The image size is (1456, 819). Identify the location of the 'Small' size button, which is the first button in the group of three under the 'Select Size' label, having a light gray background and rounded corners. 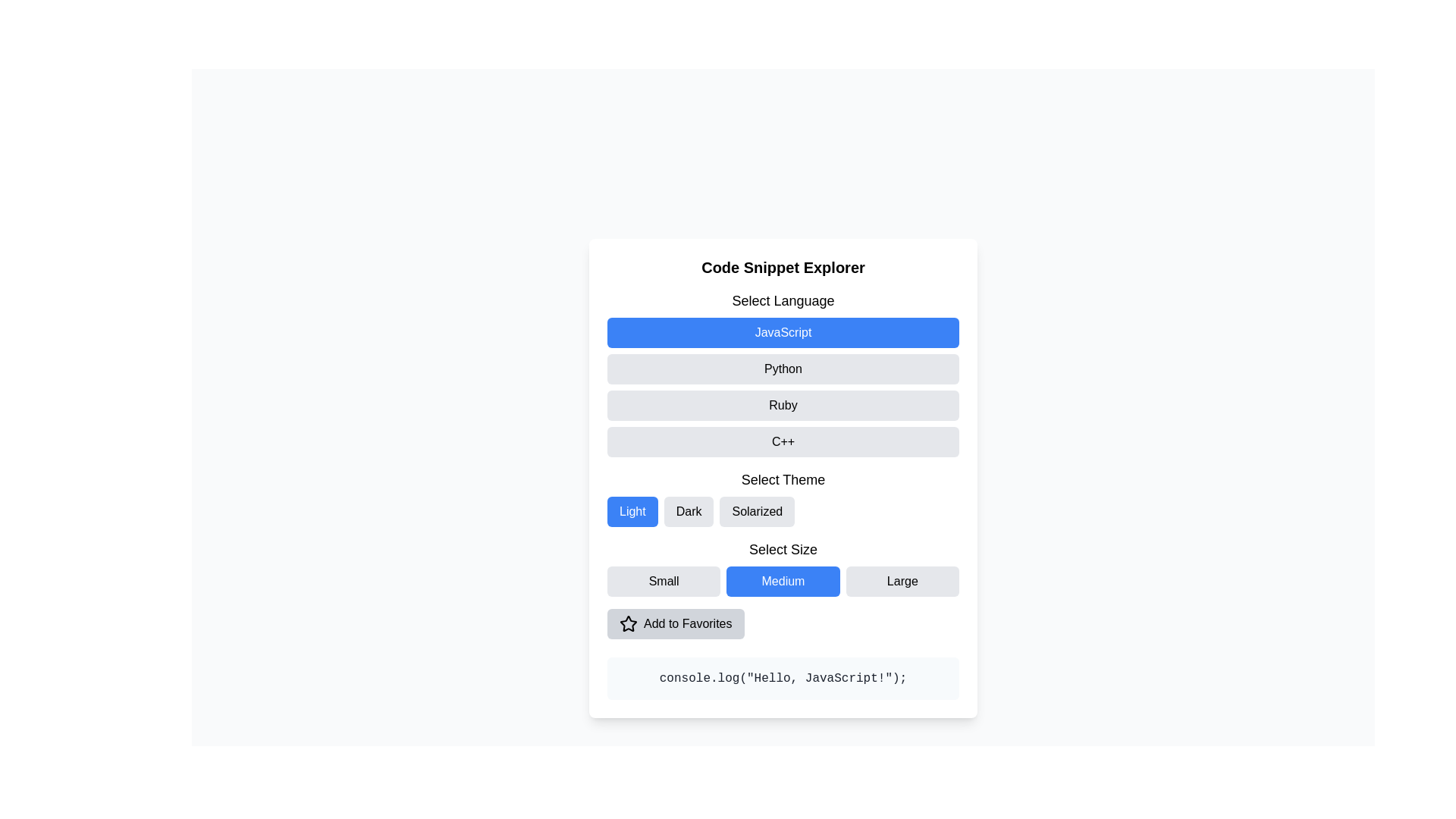
(664, 581).